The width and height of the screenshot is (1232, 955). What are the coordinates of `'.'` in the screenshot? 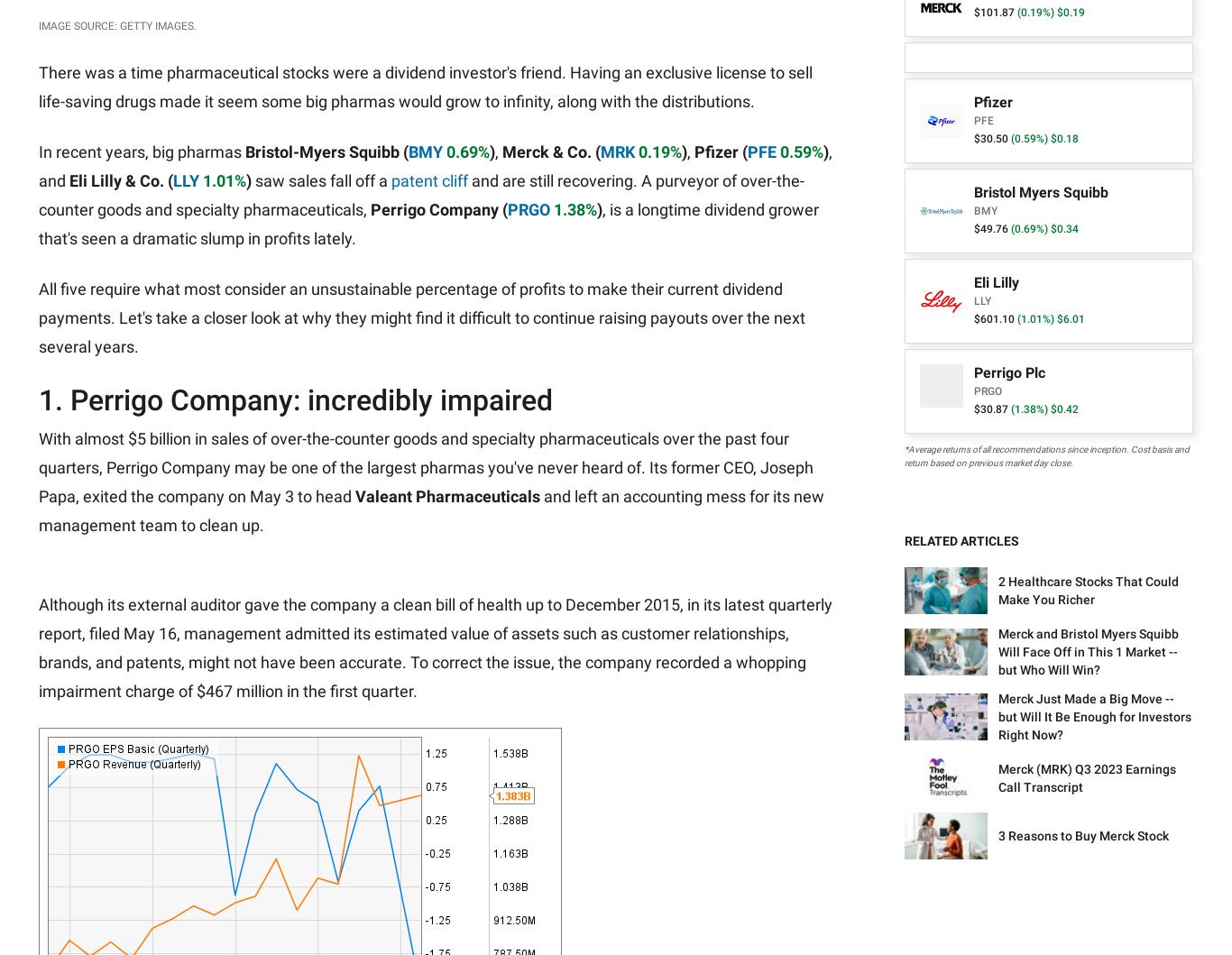 It's located at (705, 490).